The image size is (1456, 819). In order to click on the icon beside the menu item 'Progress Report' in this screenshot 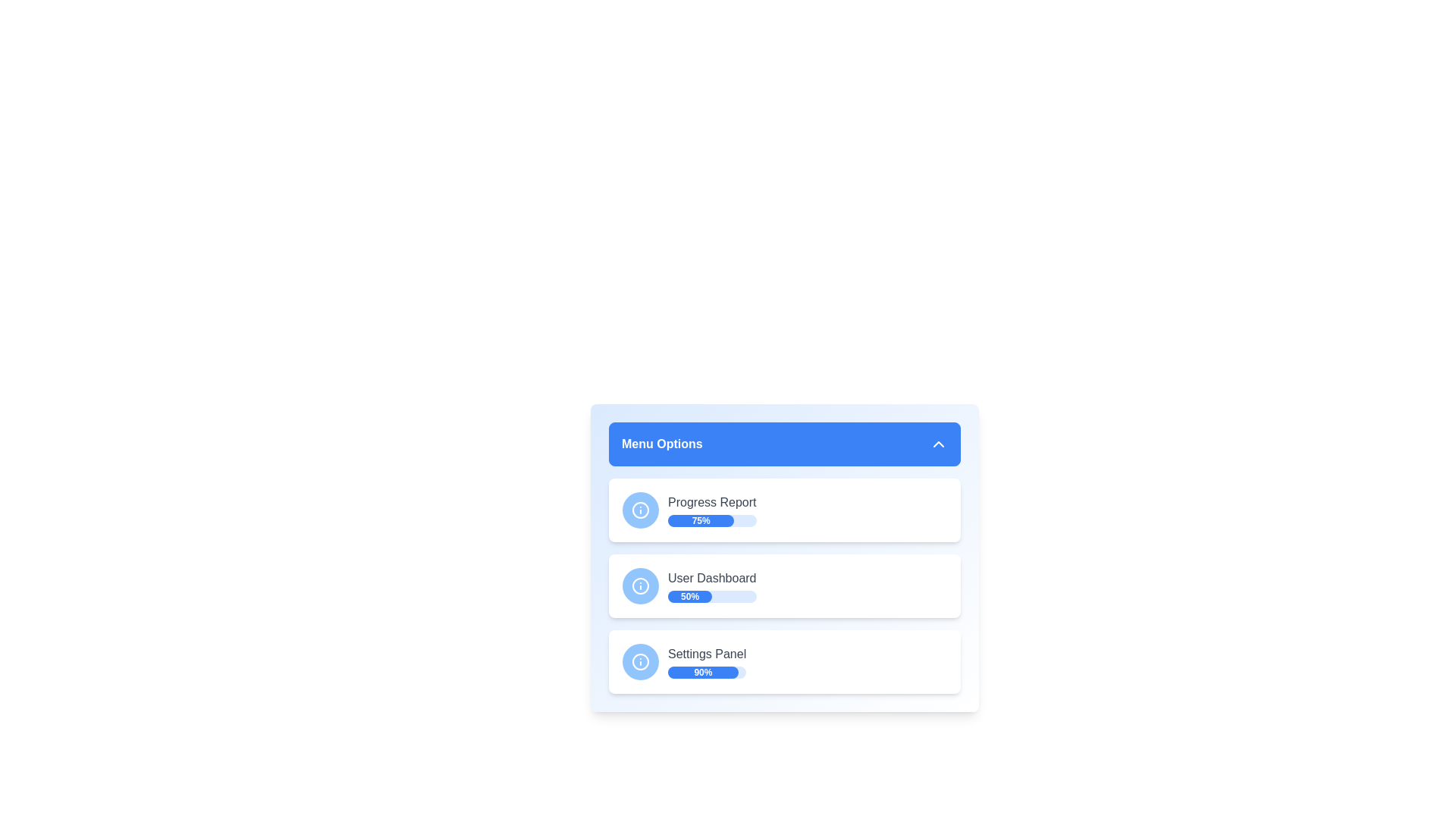, I will do `click(640, 510)`.